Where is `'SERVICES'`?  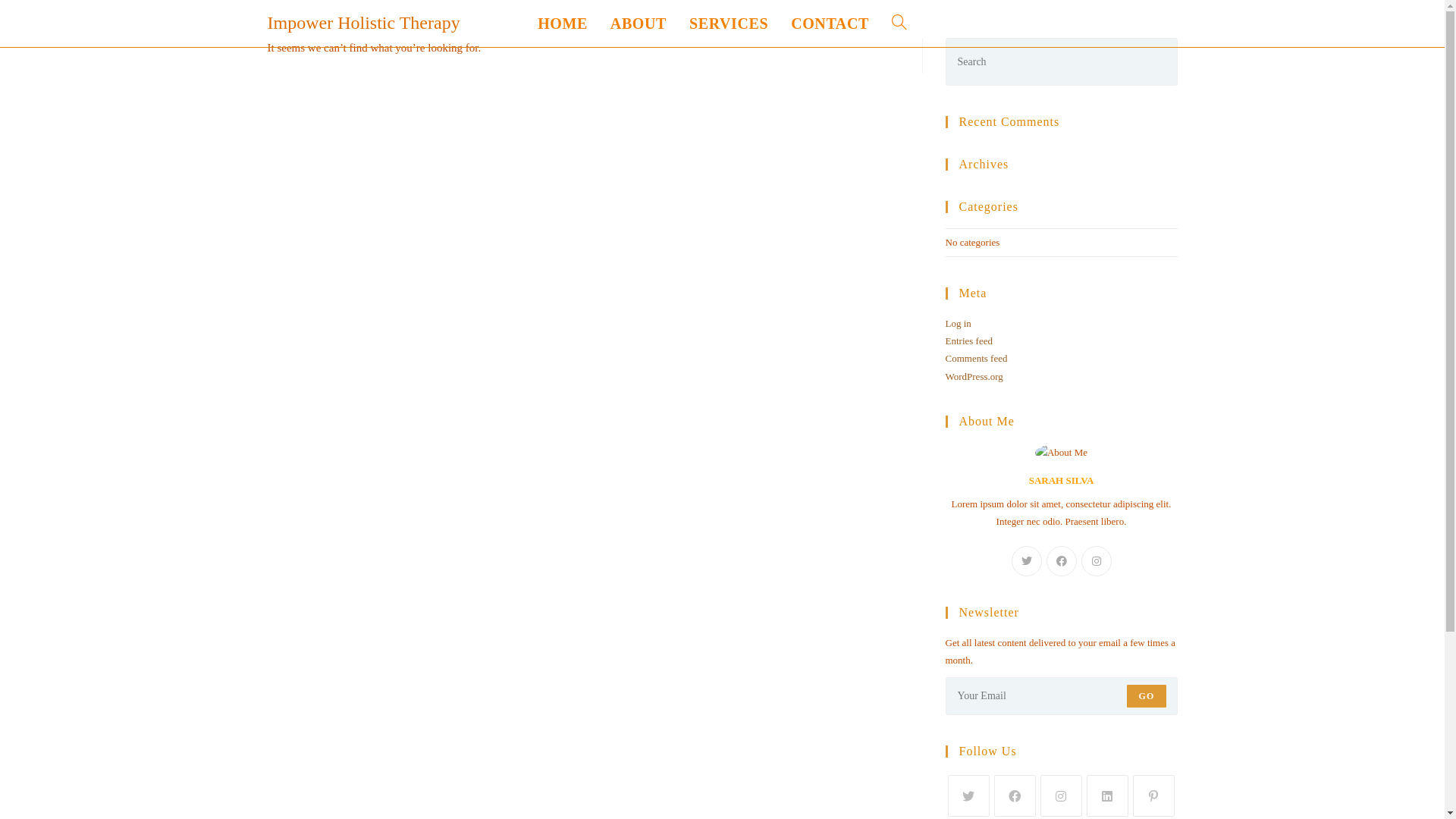 'SERVICES' is located at coordinates (728, 23).